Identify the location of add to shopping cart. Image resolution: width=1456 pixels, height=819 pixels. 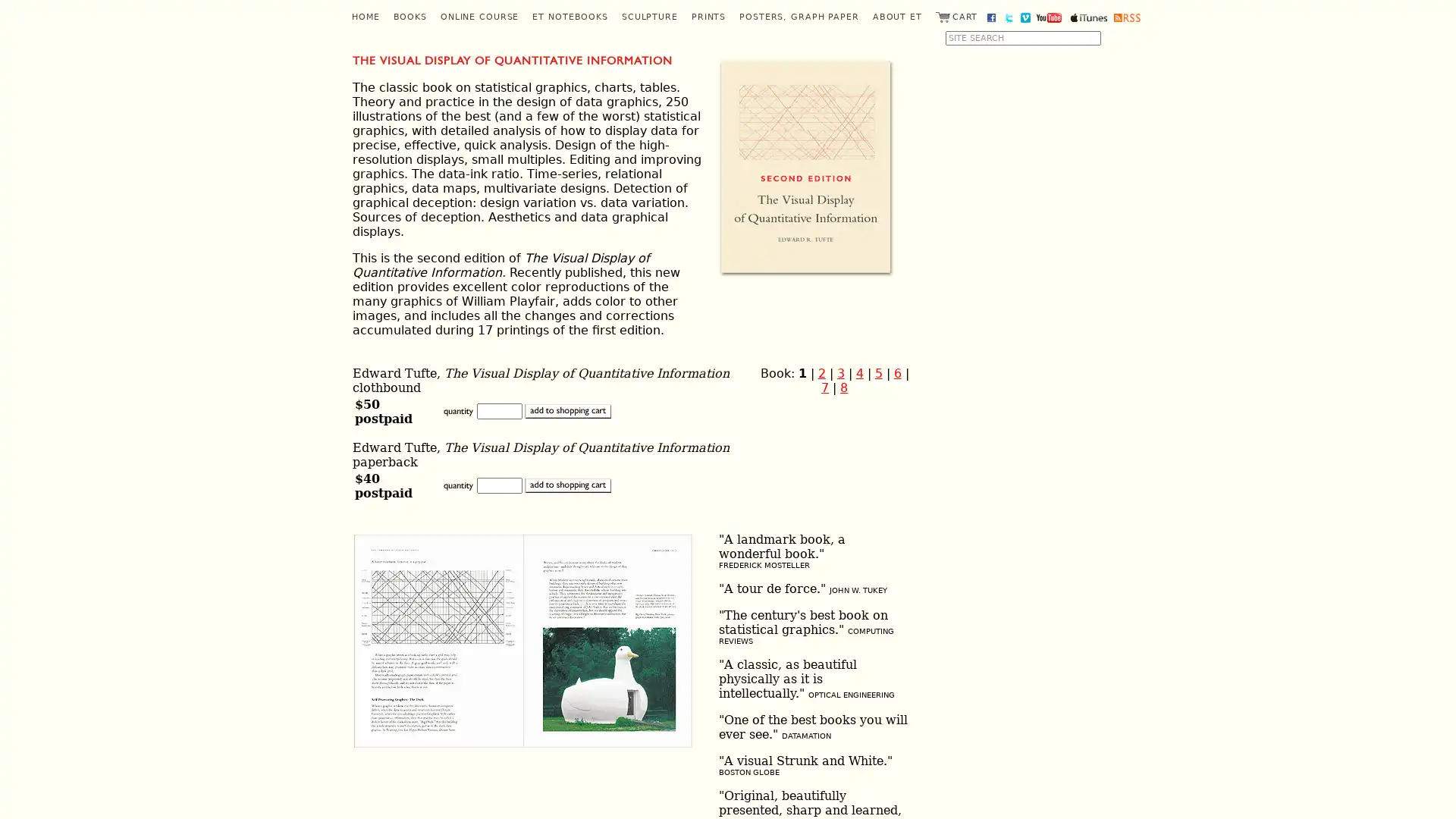
(566, 411).